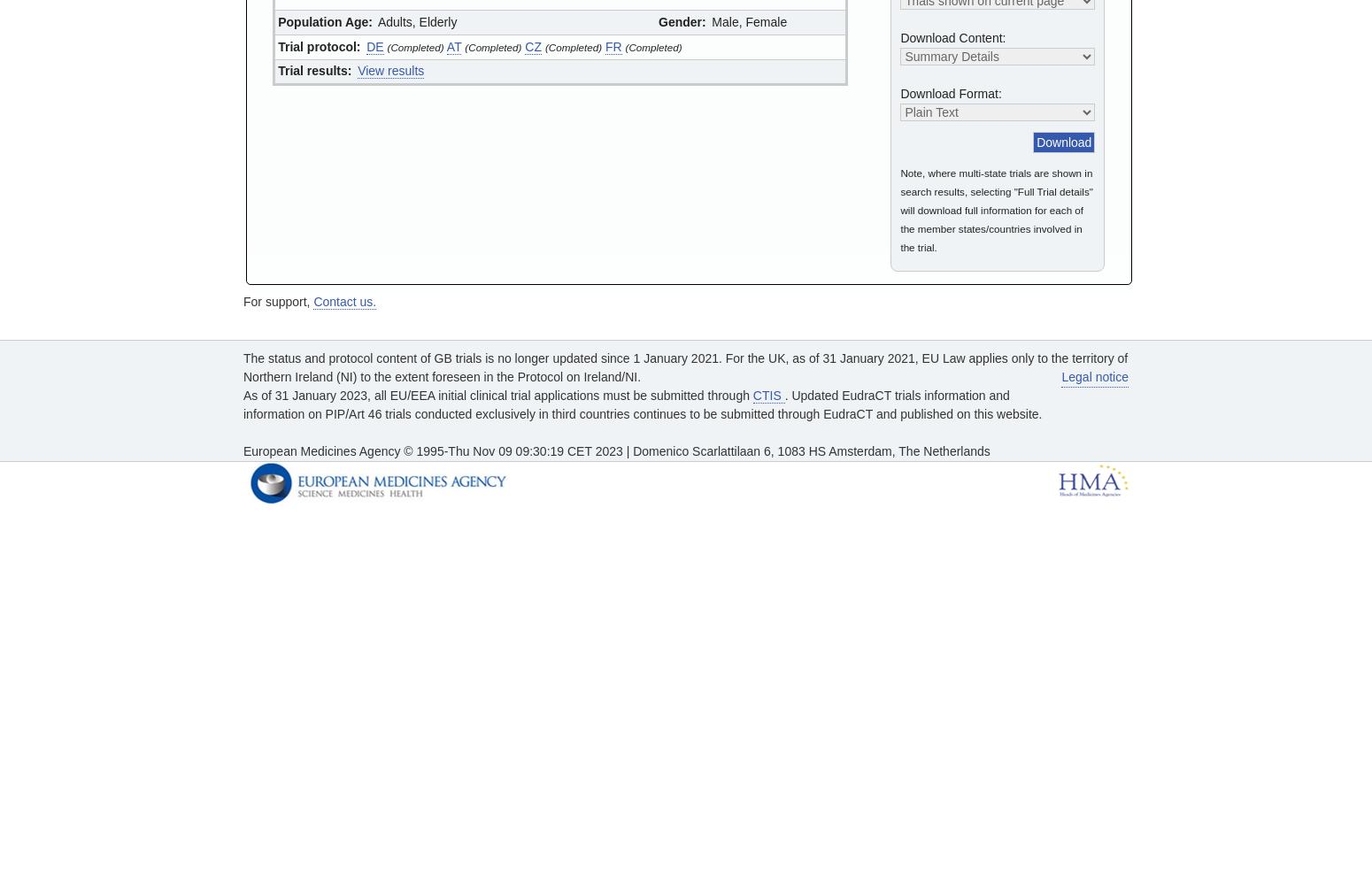  What do you see at coordinates (243, 301) in the screenshot?
I see `'For support,'` at bounding box center [243, 301].